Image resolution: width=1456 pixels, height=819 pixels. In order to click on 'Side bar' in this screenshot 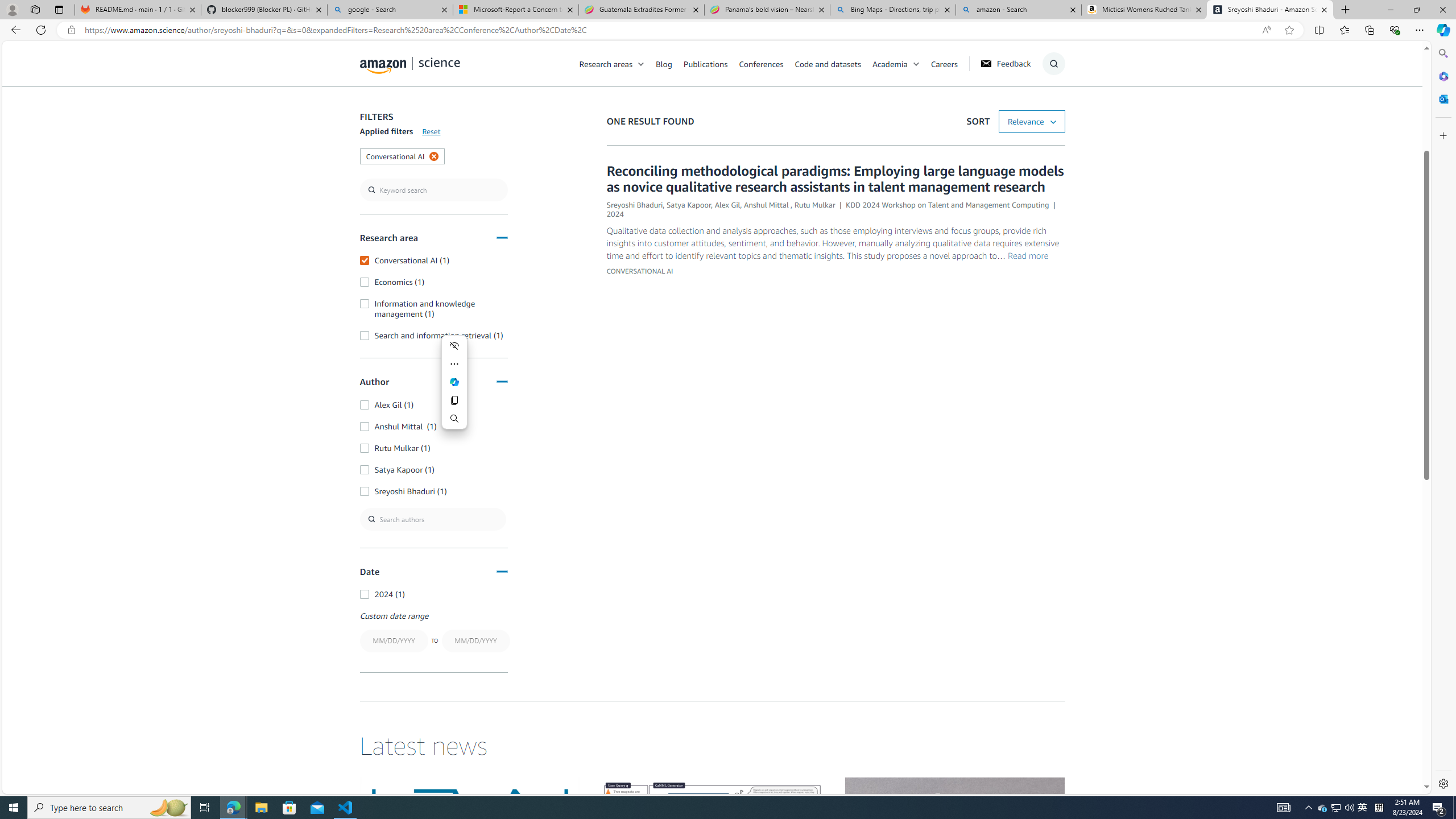, I will do `click(1443, 418)`.